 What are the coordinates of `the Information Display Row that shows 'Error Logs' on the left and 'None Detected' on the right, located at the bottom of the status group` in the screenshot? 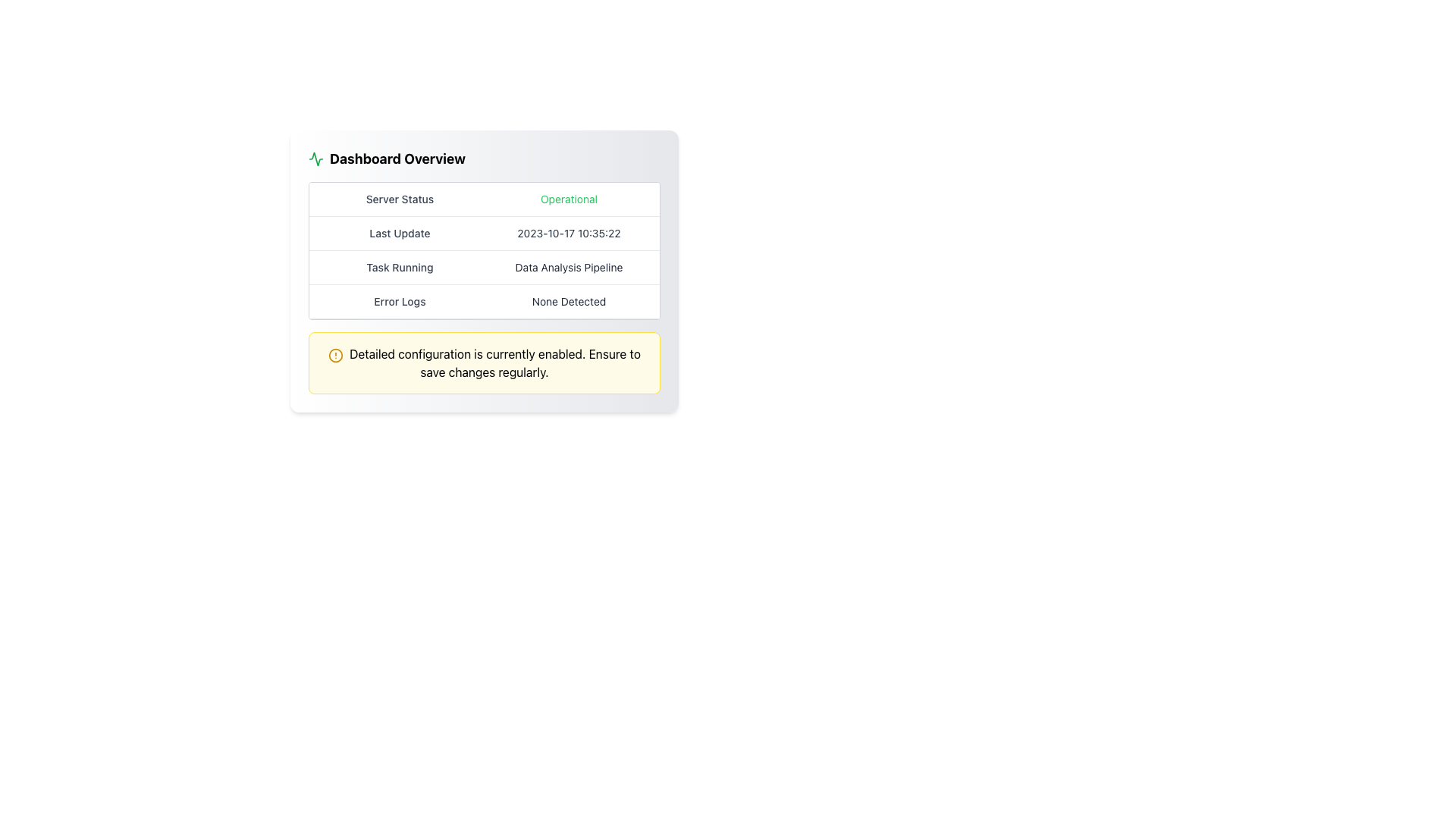 It's located at (483, 302).